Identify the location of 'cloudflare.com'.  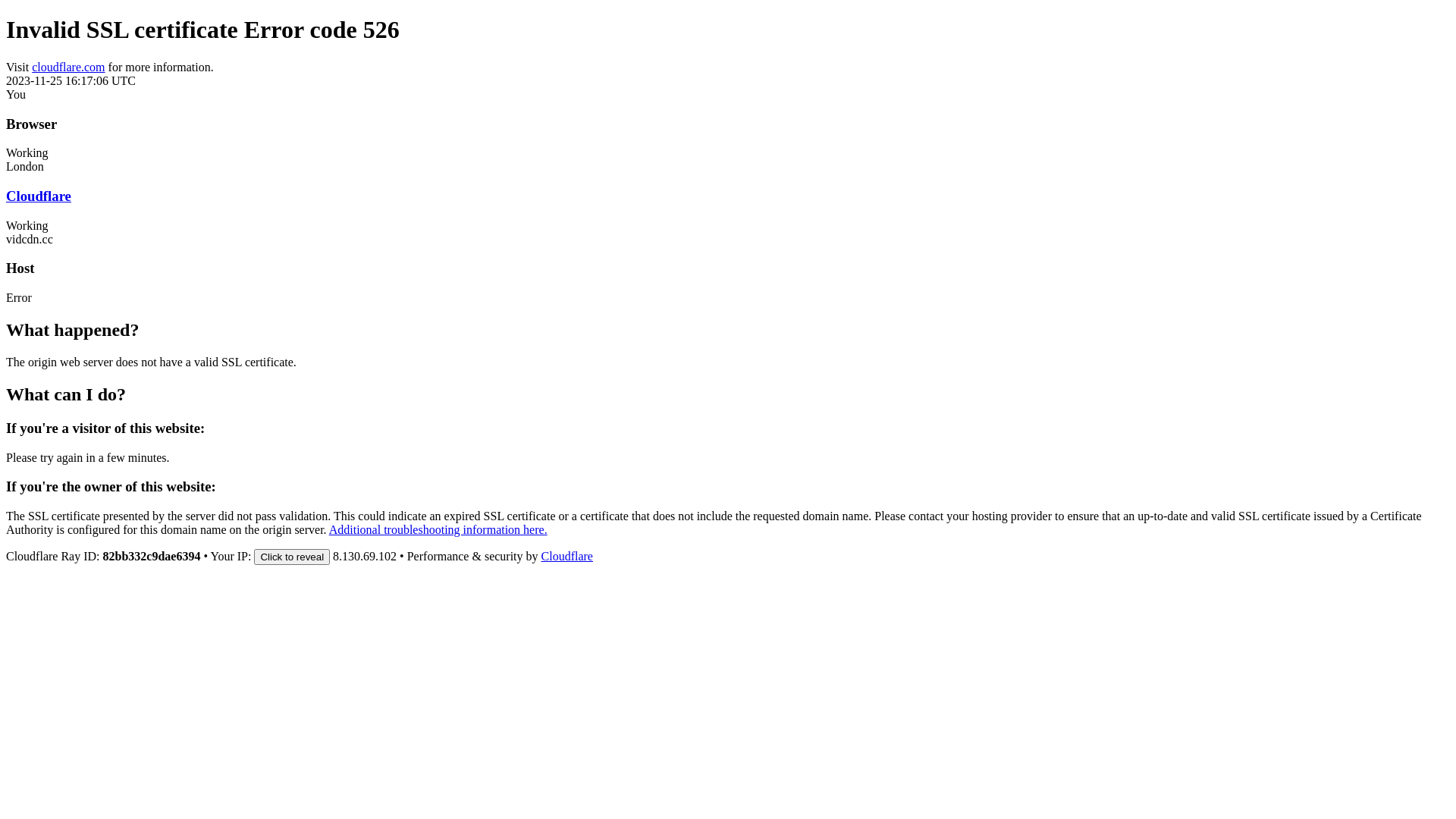
(32, 66).